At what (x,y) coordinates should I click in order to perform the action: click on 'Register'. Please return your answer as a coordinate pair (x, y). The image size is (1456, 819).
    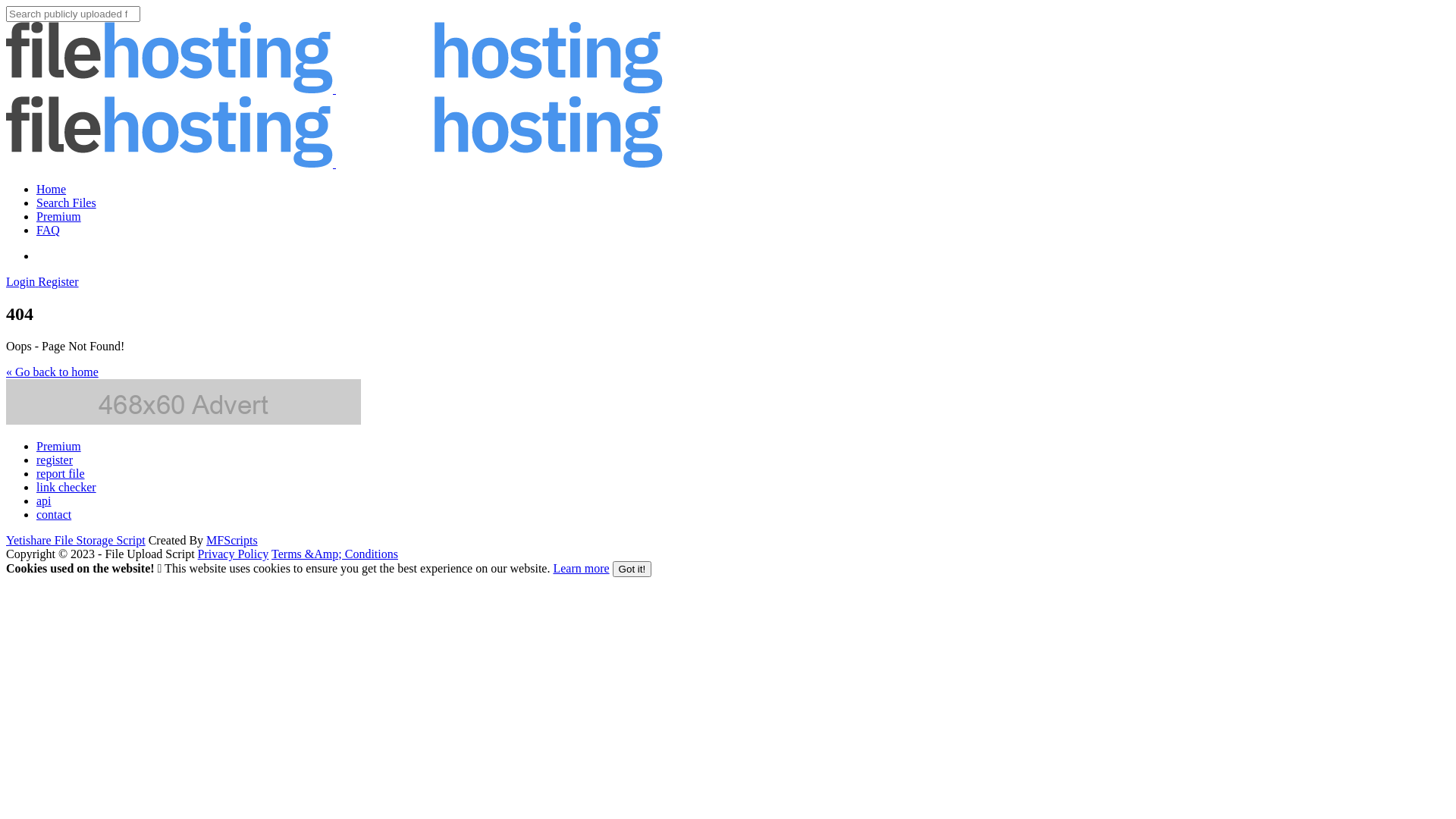
    Looking at the image, I should click on (37, 281).